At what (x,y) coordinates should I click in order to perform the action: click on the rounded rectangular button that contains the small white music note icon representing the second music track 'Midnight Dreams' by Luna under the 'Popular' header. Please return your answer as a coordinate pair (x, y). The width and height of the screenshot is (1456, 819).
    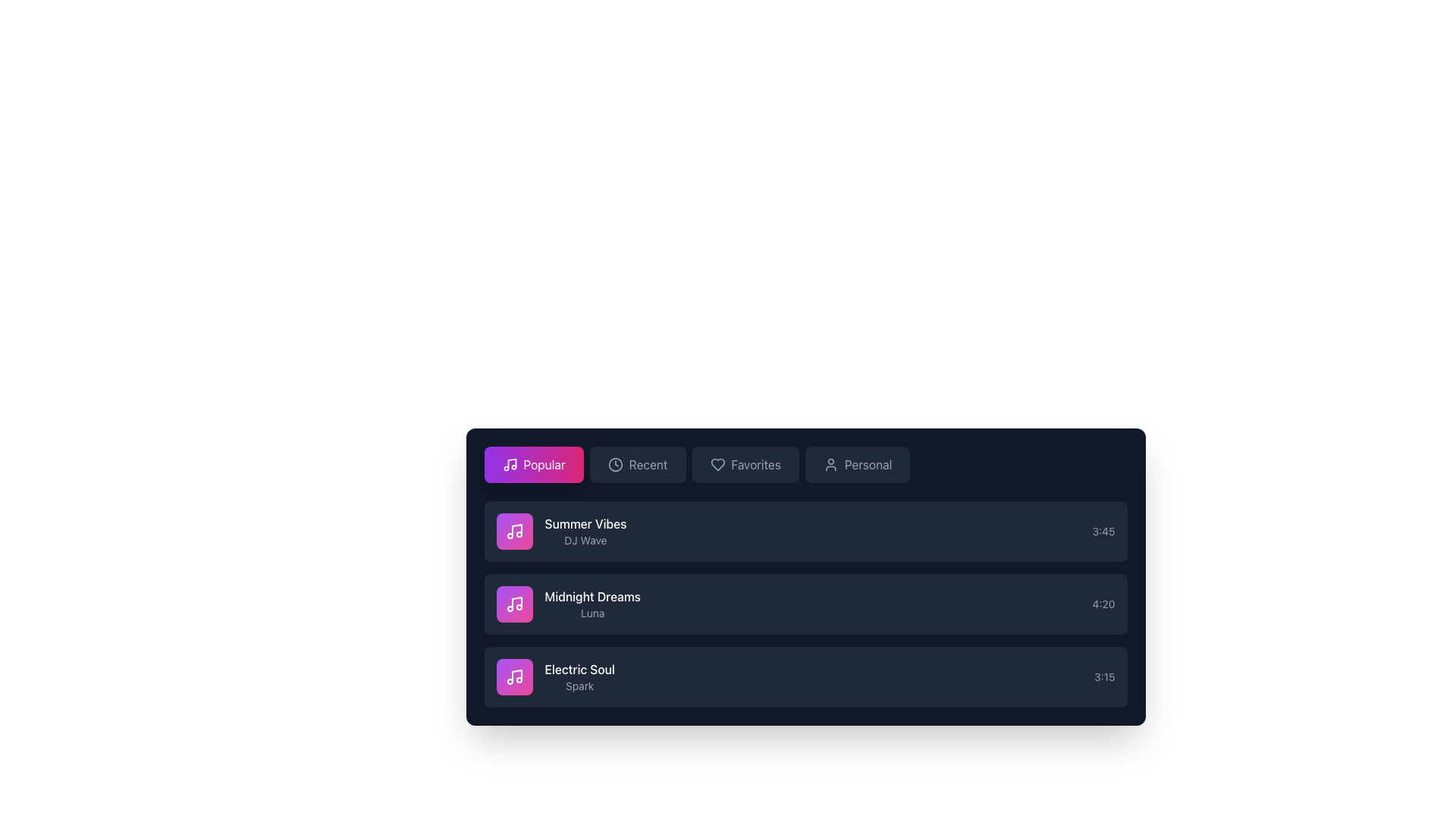
    Looking at the image, I should click on (514, 604).